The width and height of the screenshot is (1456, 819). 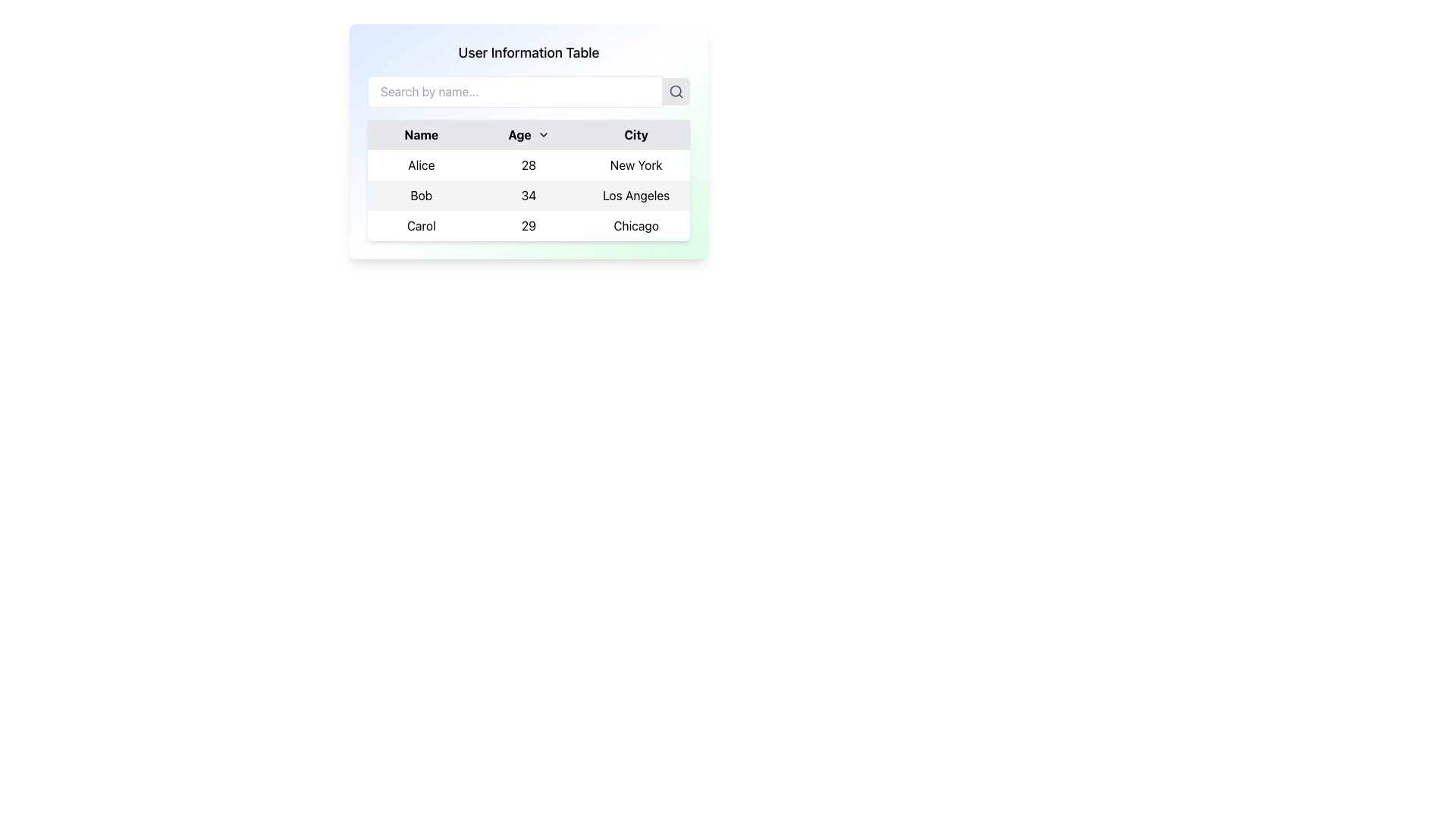 I want to click on the chevron icon in the header of the 'Age' column, so click(x=543, y=133).